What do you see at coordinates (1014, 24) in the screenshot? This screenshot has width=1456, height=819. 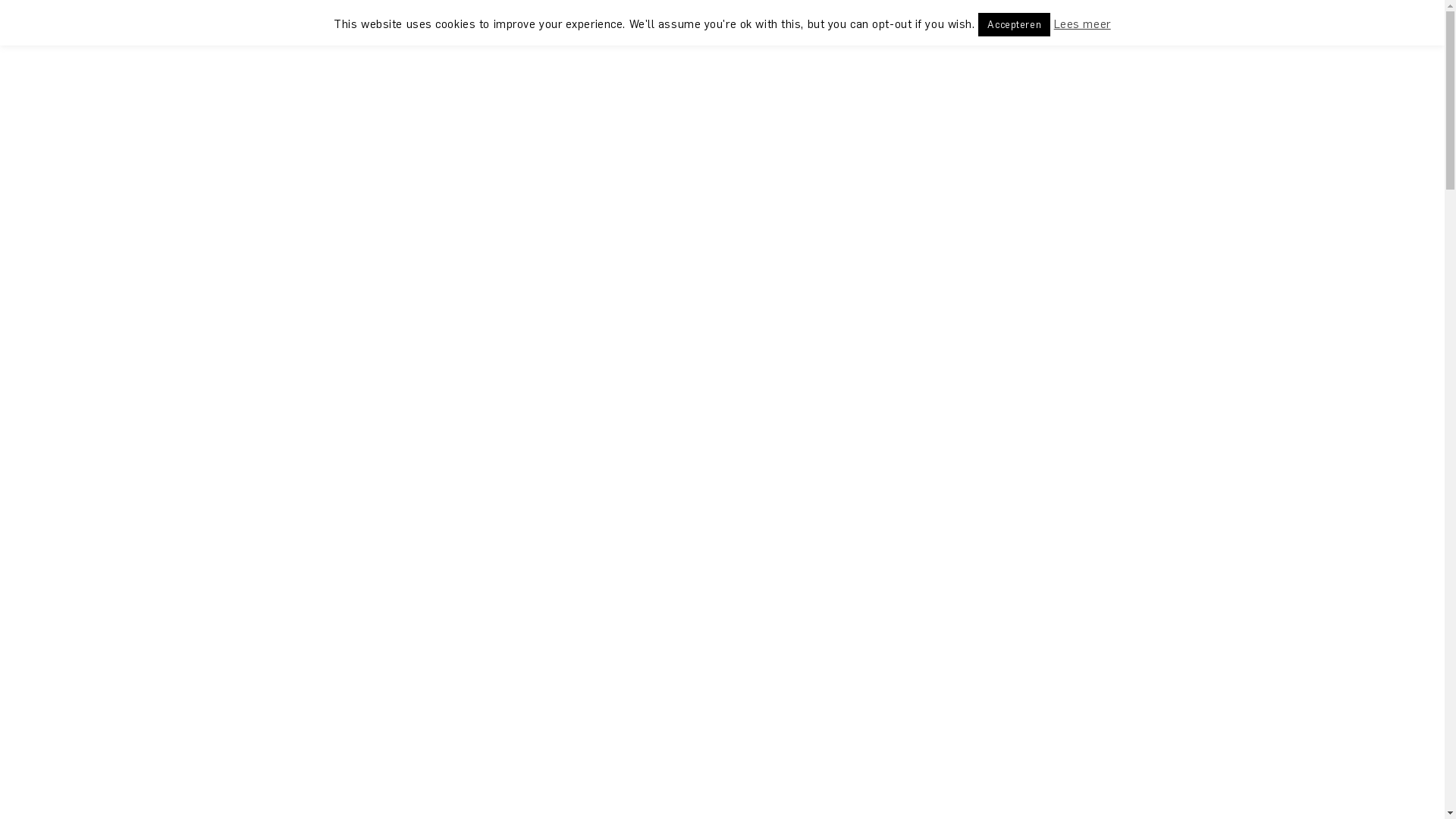 I see `'Accepteren'` at bounding box center [1014, 24].